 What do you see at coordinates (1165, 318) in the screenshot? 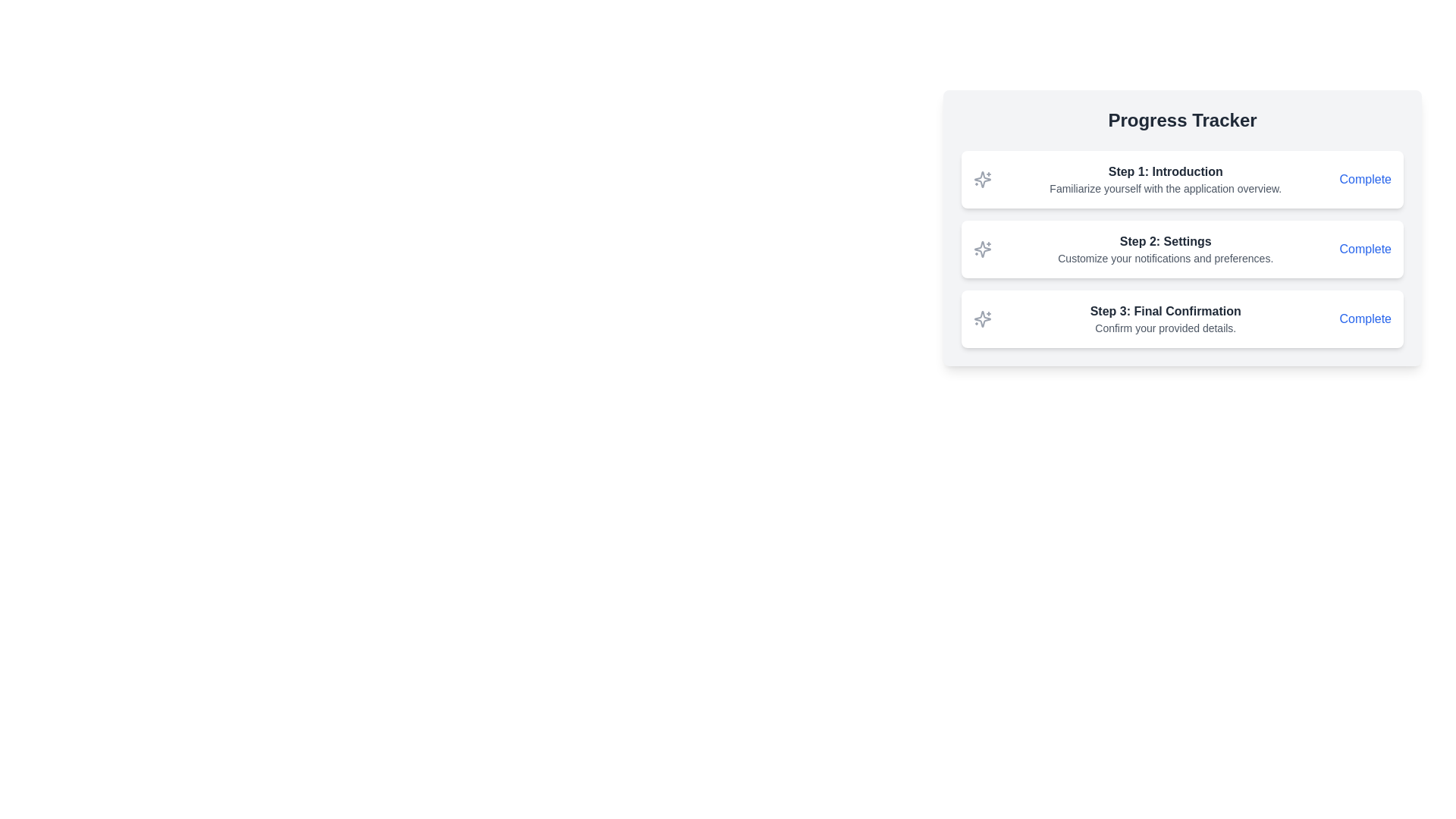
I see `text segment that states 'Step 3: Final Confirmation' and 'Confirm your provided details.' which is located in the main content area of the third card in a vertical progress tracker` at bounding box center [1165, 318].